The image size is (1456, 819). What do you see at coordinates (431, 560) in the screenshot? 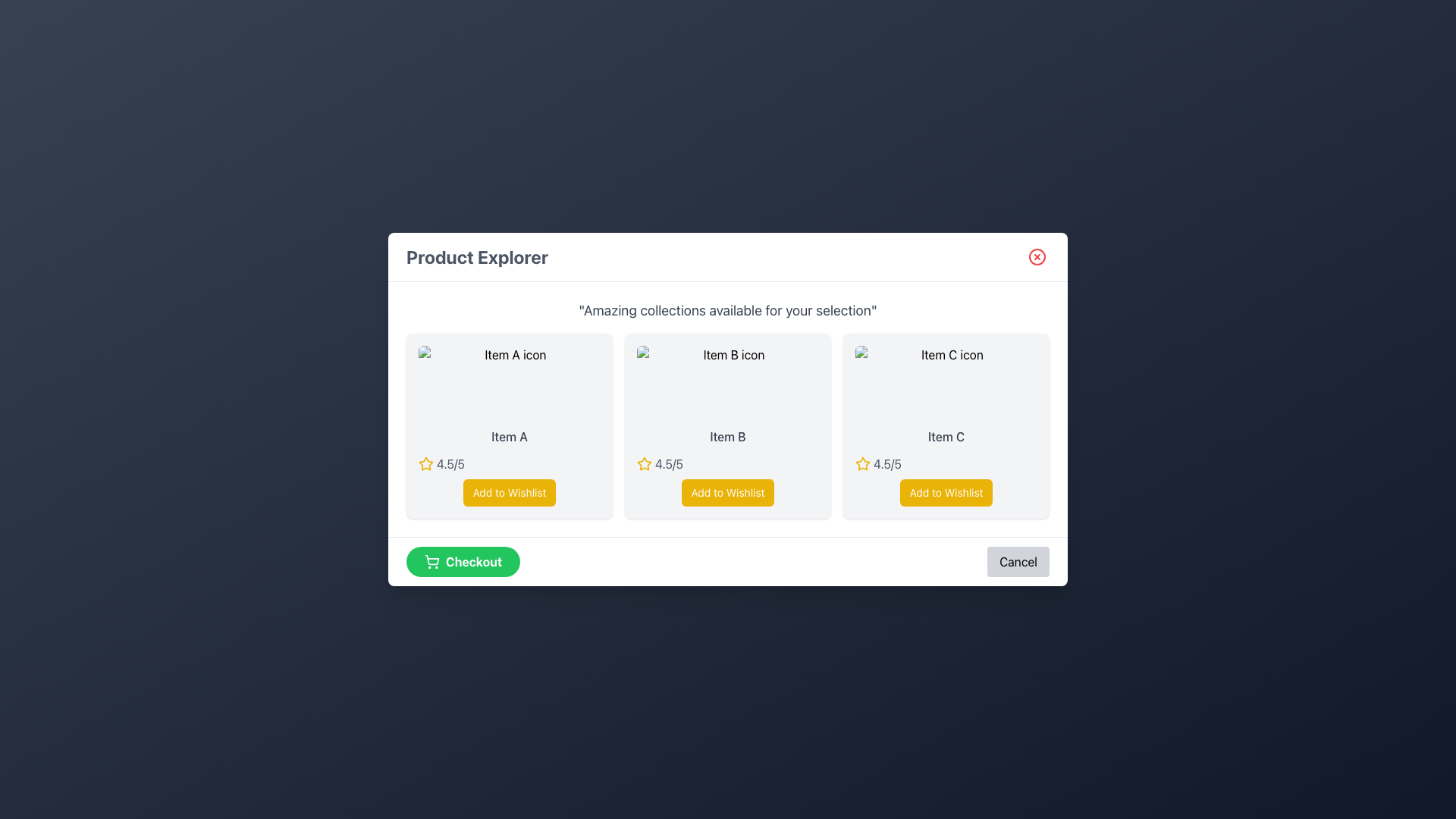
I see `the shopping cart icon element, which is a curved shape with a thin stroke, located at the bottom-left corner of the green 'Checkout' button` at bounding box center [431, 560].